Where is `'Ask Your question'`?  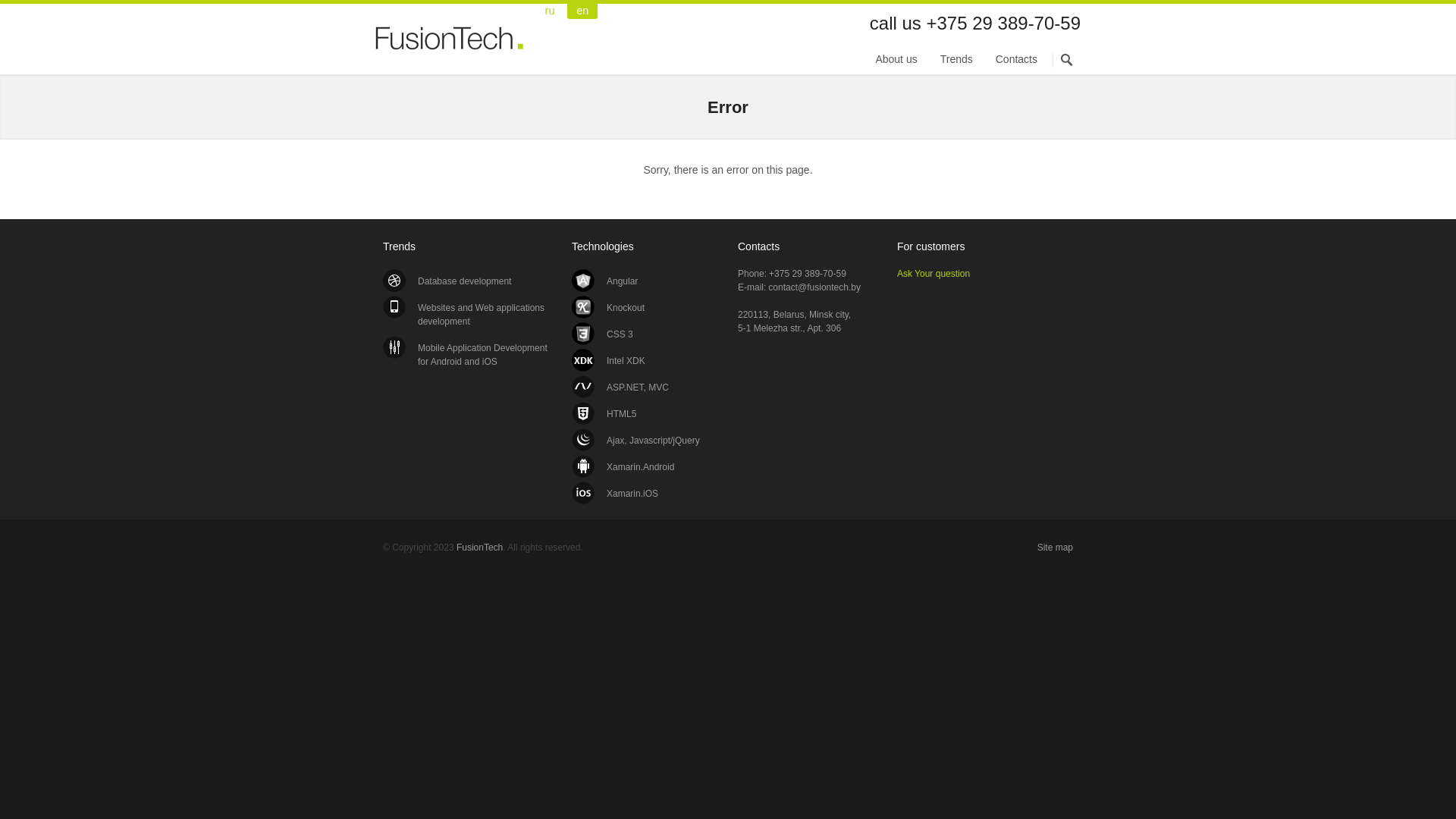
'Ask Your question' is located at coordinates (932, 274).